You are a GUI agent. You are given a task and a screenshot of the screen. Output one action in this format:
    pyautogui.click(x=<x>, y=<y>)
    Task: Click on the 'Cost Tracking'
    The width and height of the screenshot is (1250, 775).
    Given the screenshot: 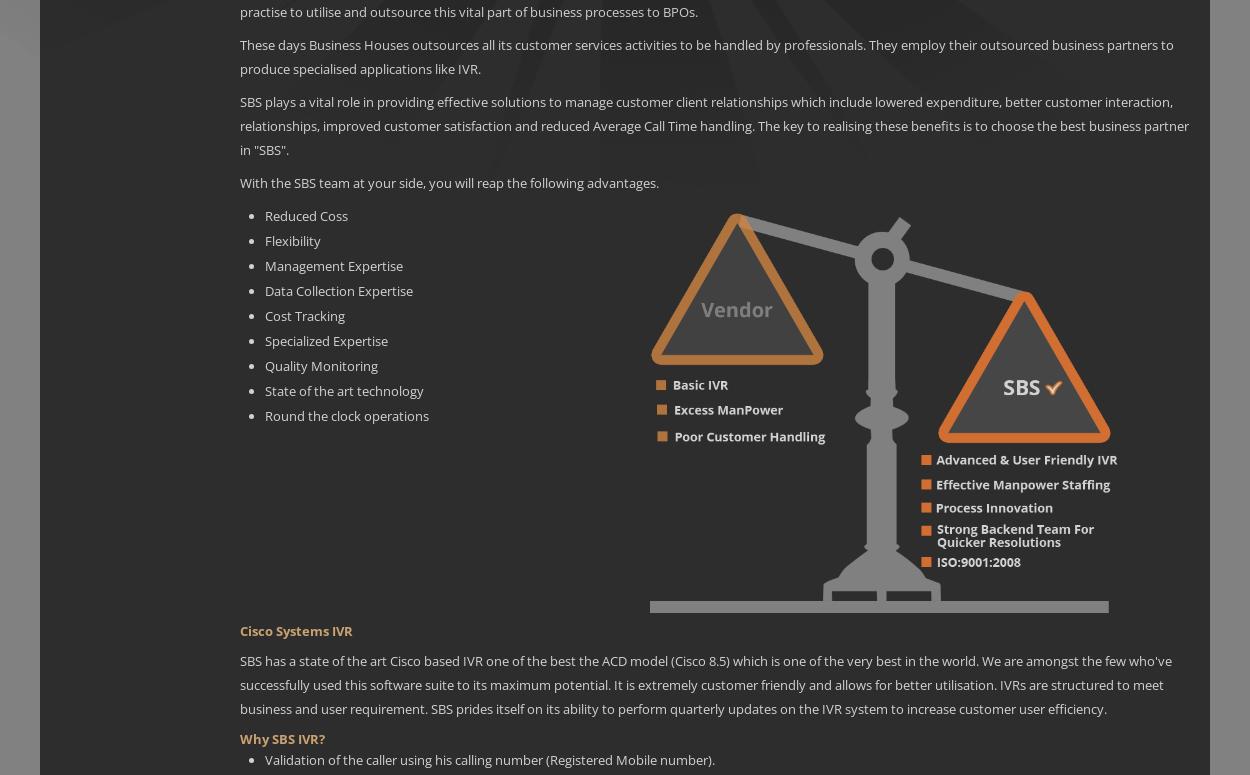 What is the action you would take?
    pyautogui.click(x=305, y=314)
    